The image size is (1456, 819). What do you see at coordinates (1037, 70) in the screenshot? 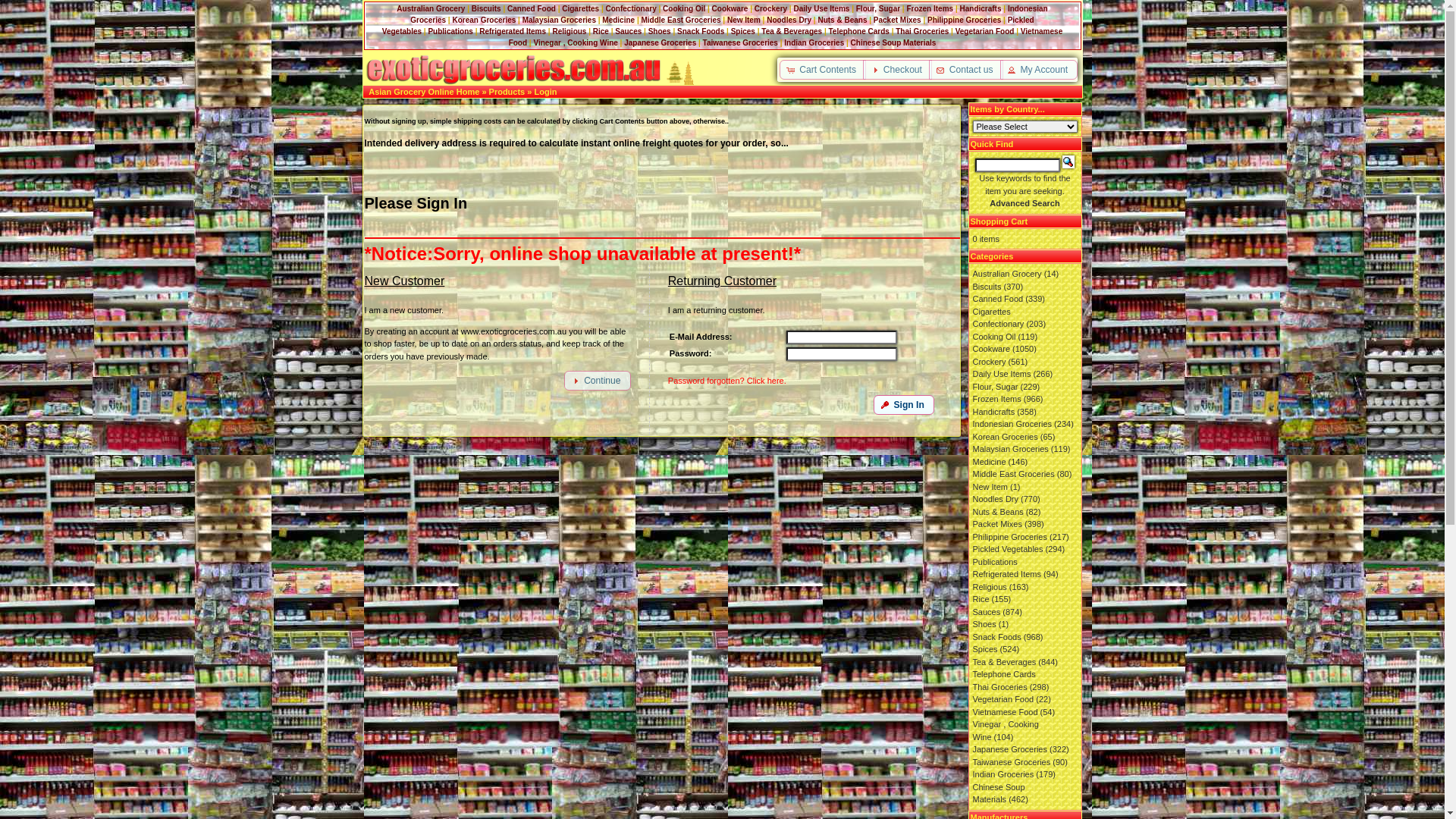
I see `'My Account'` at bounding box center [1037, 70].